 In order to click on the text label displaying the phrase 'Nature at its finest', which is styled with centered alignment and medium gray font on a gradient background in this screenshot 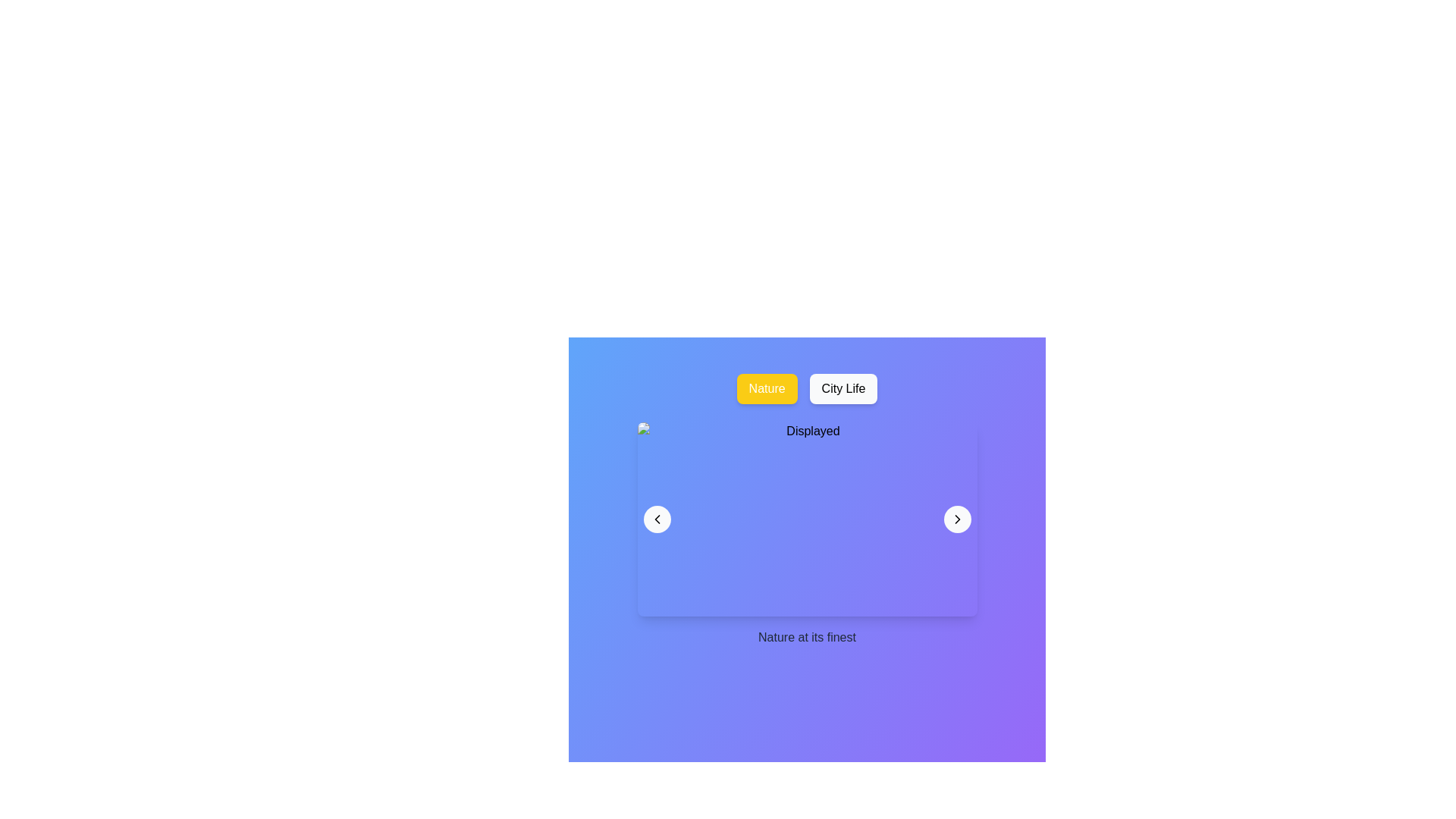, I will do `click(806, 637)`.